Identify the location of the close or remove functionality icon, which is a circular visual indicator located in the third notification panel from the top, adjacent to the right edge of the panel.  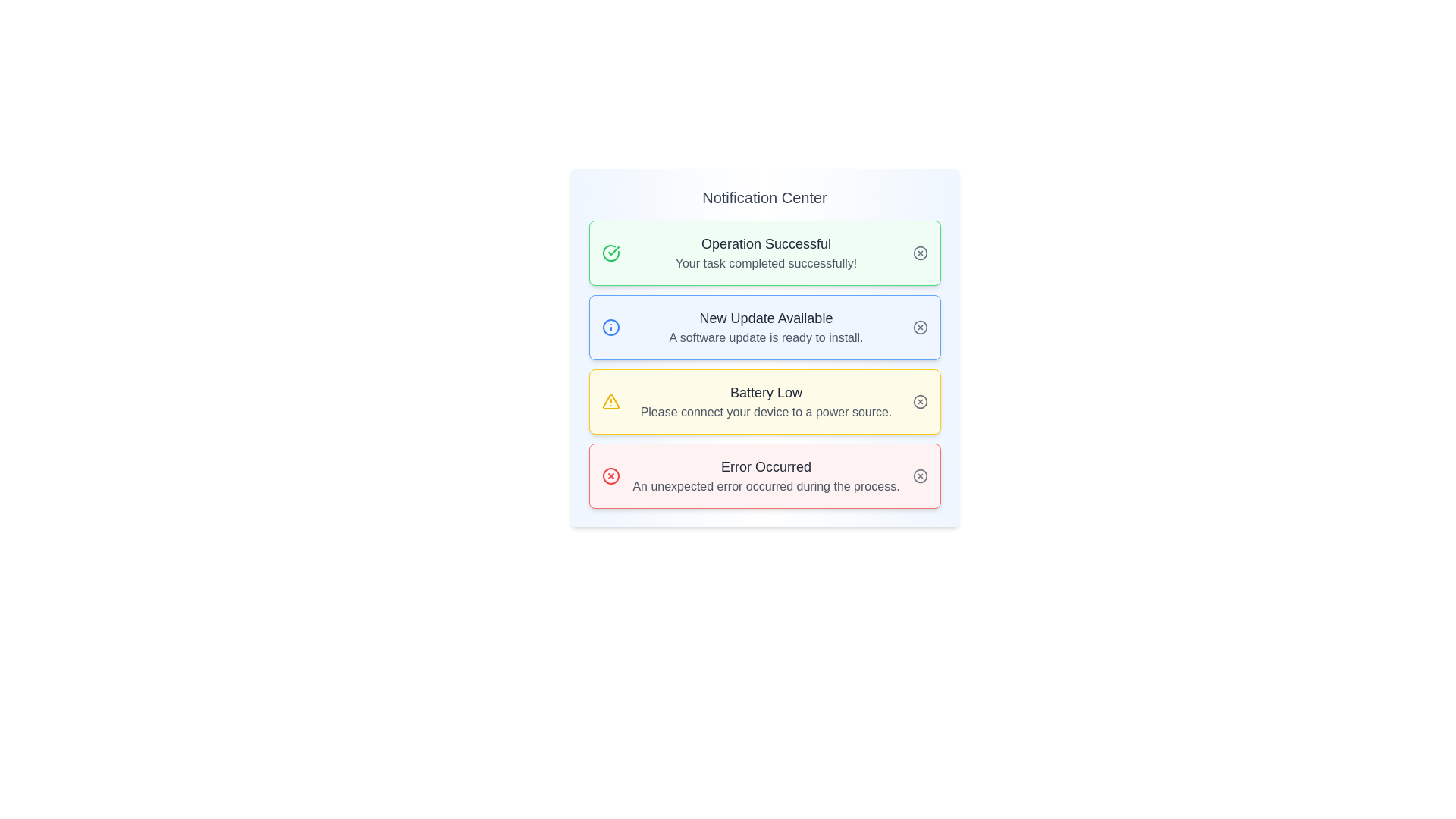
(919, 400).